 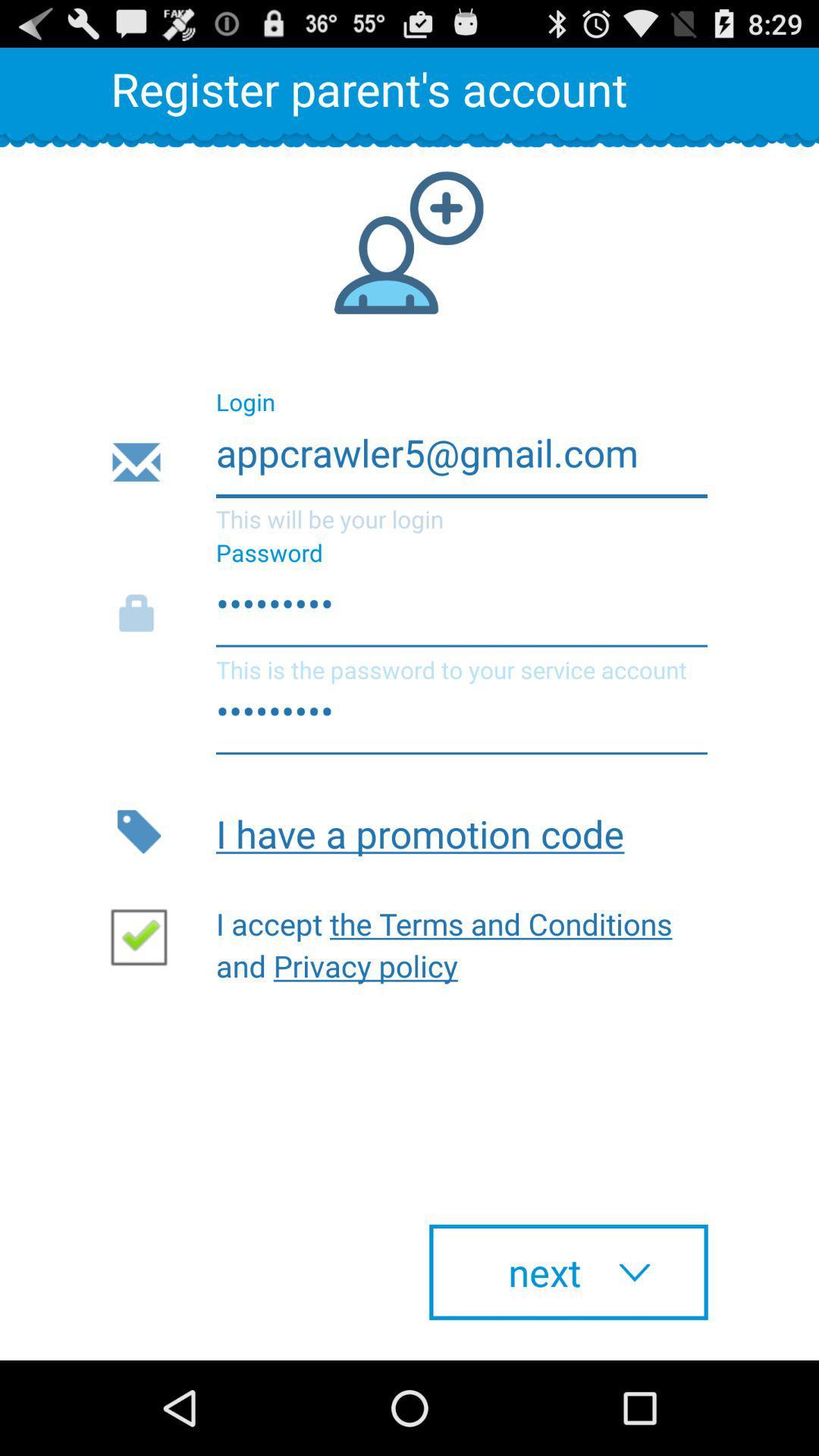 I want to click on the item to the left of i accept the icon, so click(x=145, y=935).